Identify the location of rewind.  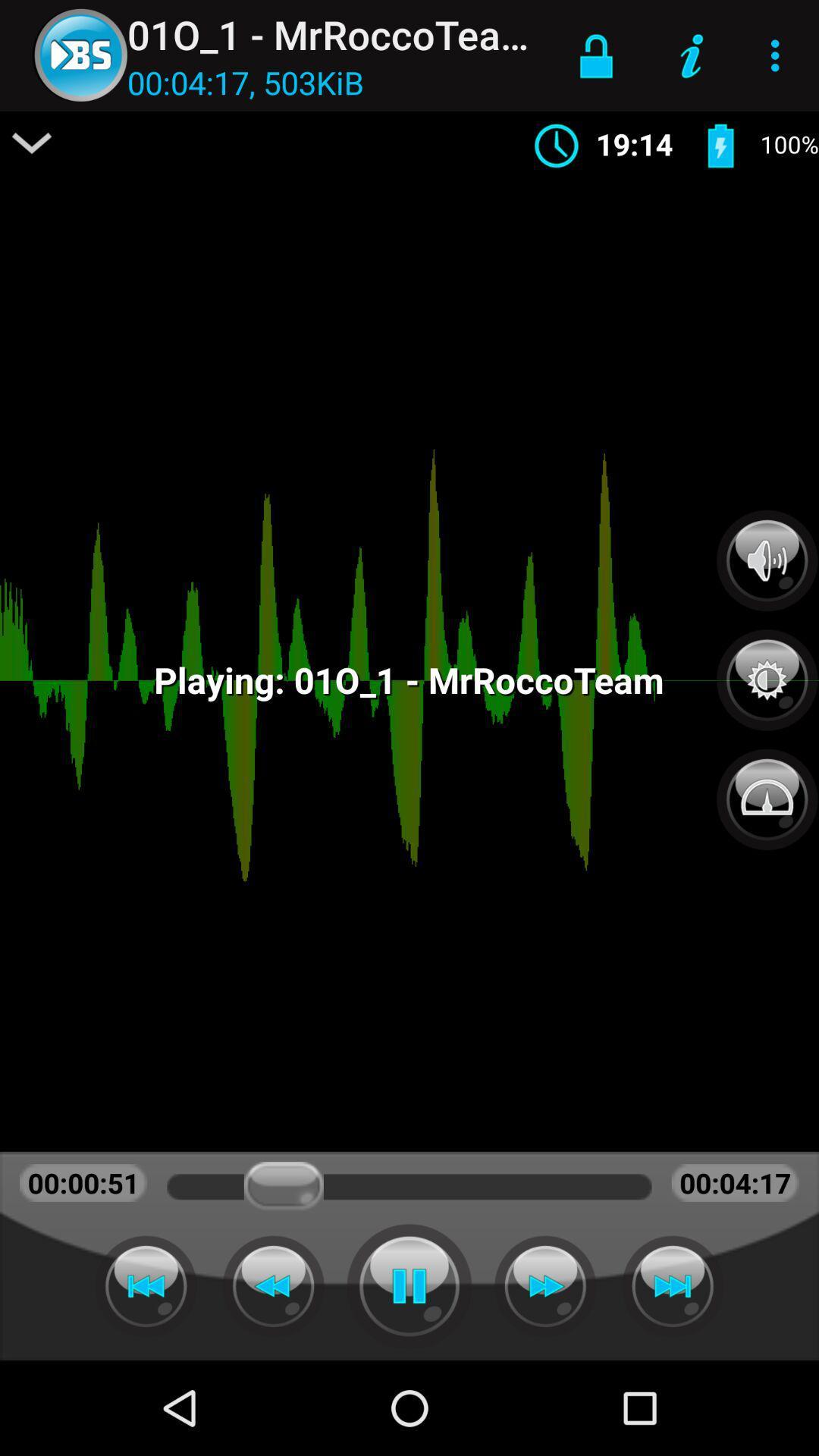
(273, 1285).